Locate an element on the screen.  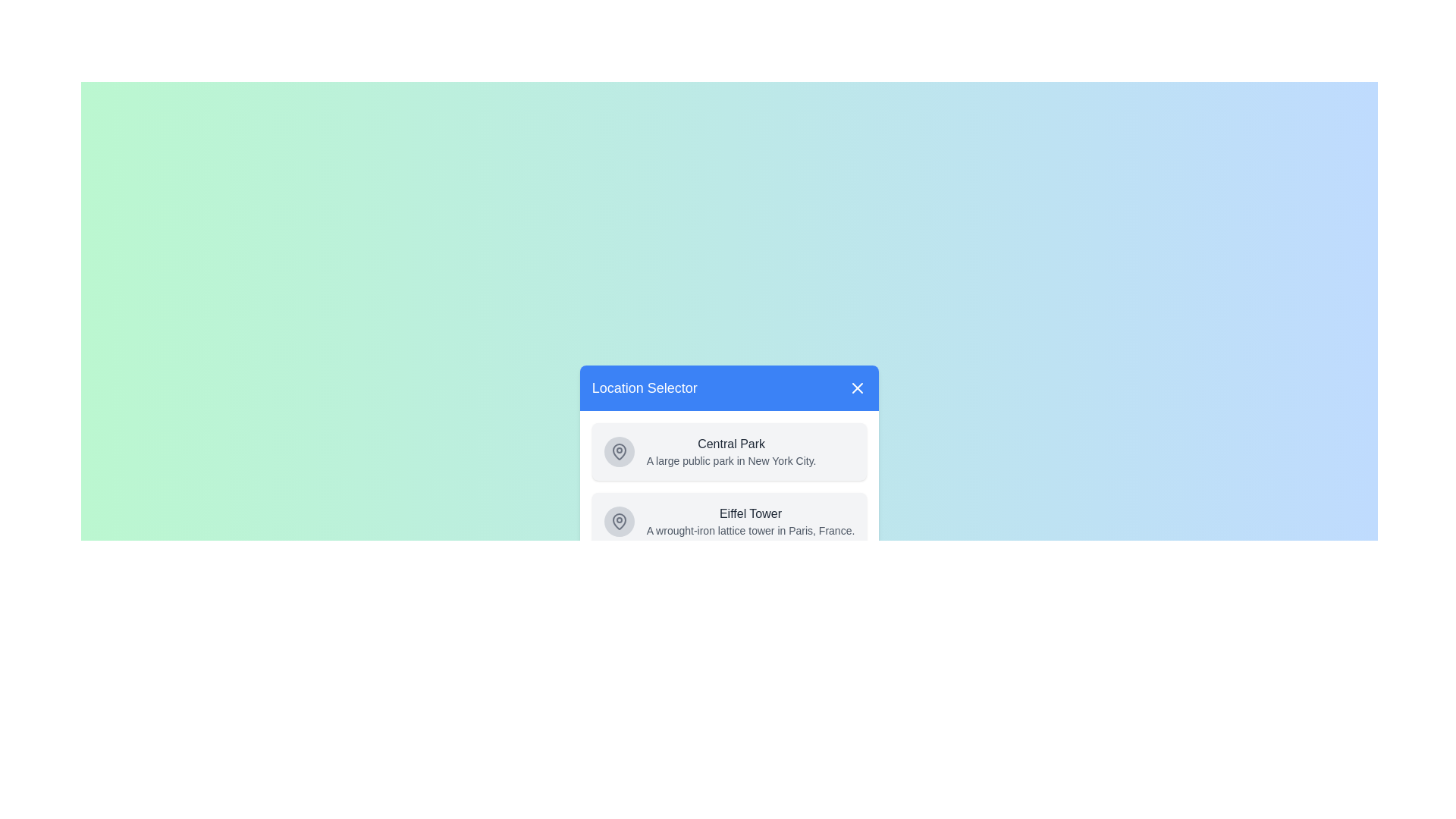
the location Eiffel Tower from the list is located at coordinates (729, 520).